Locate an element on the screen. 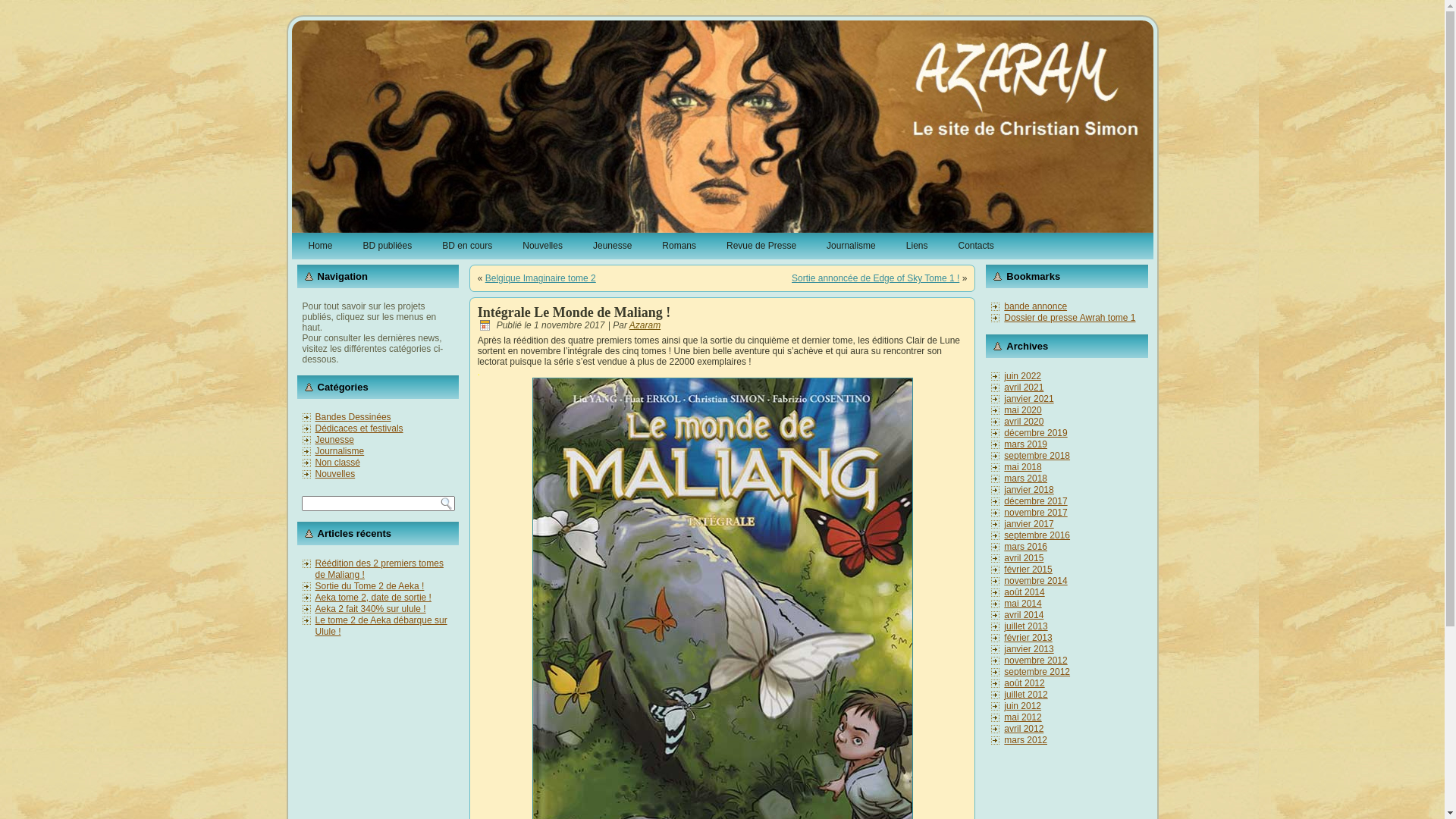 This screenshot has height=819, width=1456. 'avril 2015' is located at coordinates (1023, 558).